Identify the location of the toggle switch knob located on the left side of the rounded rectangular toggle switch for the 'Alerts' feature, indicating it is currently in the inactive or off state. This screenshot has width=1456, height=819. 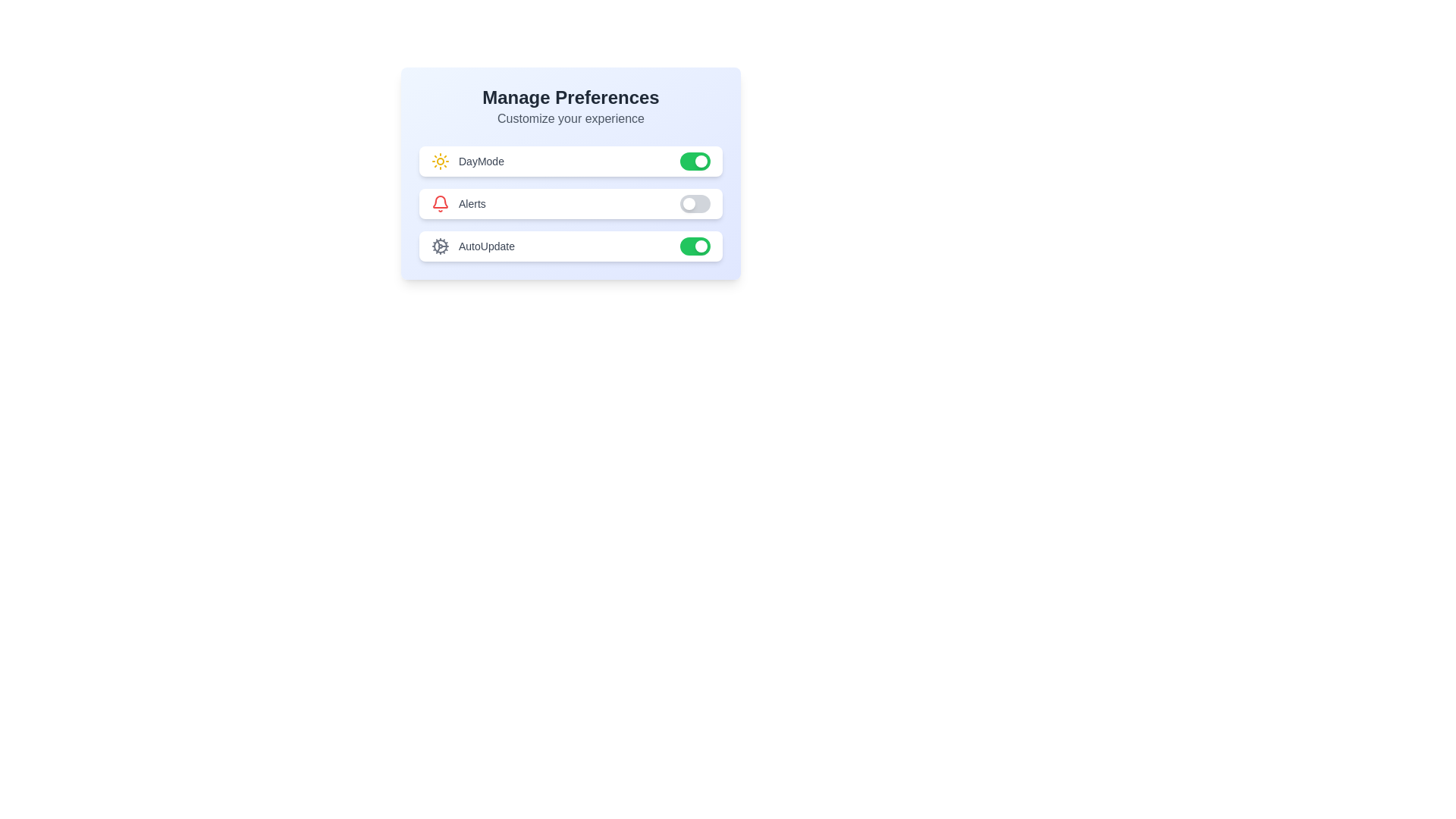
(688, 203).